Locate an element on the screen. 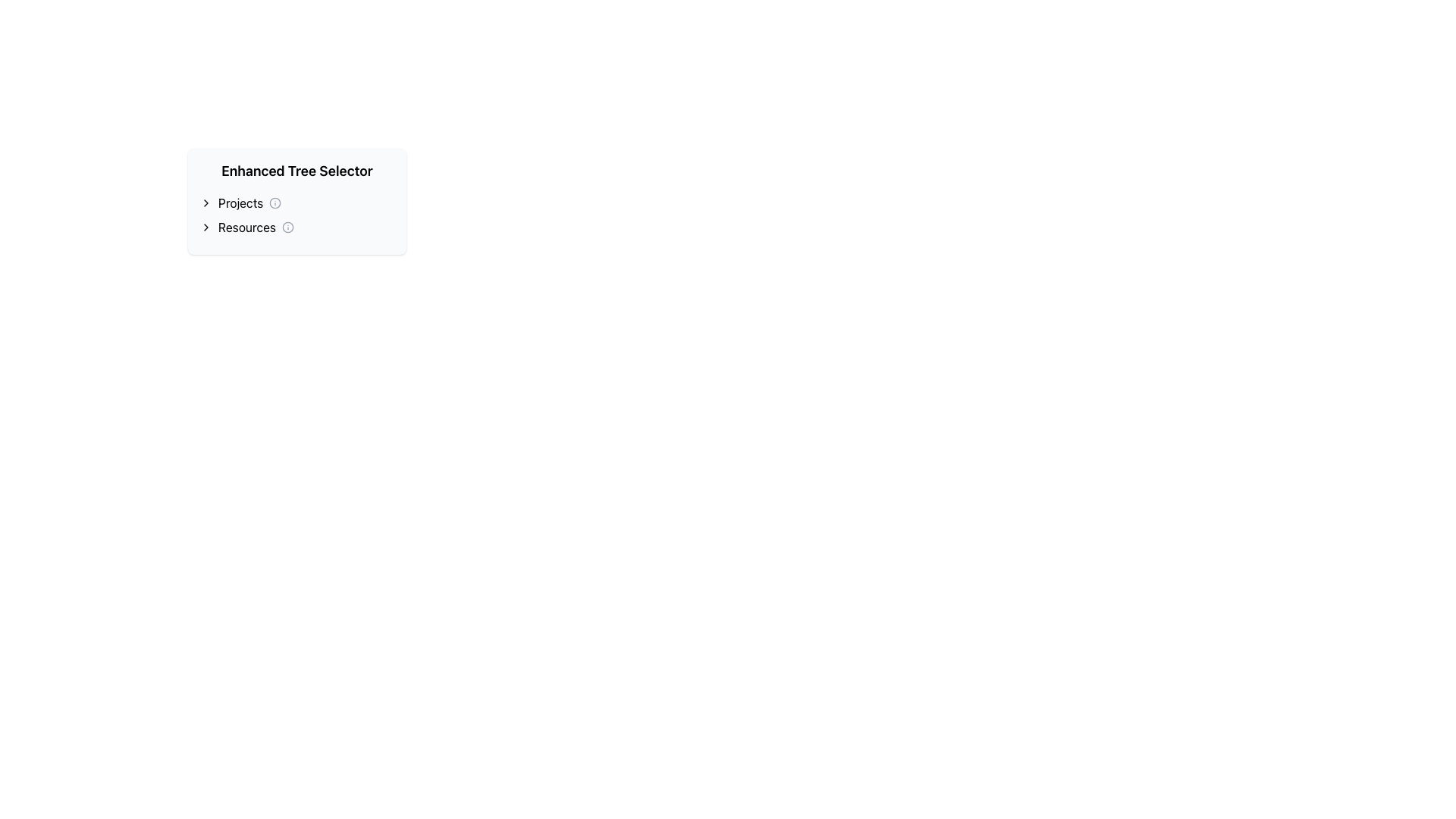  the Circular icon adjacent to the 'Projects' label, which serves as an informative indicator is located at coordinates (275, 202).